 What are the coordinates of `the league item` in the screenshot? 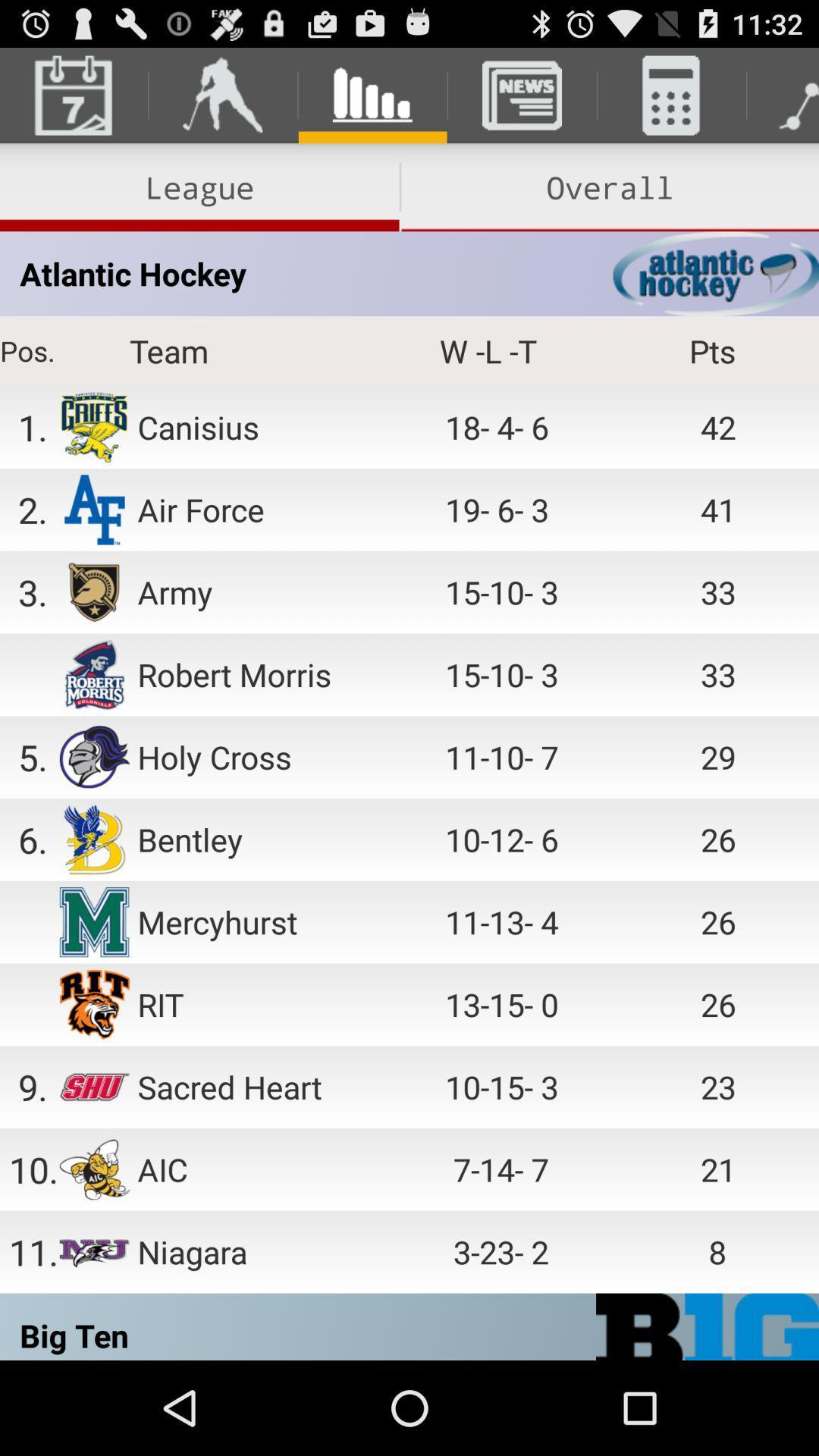 It's located at (199, 187).